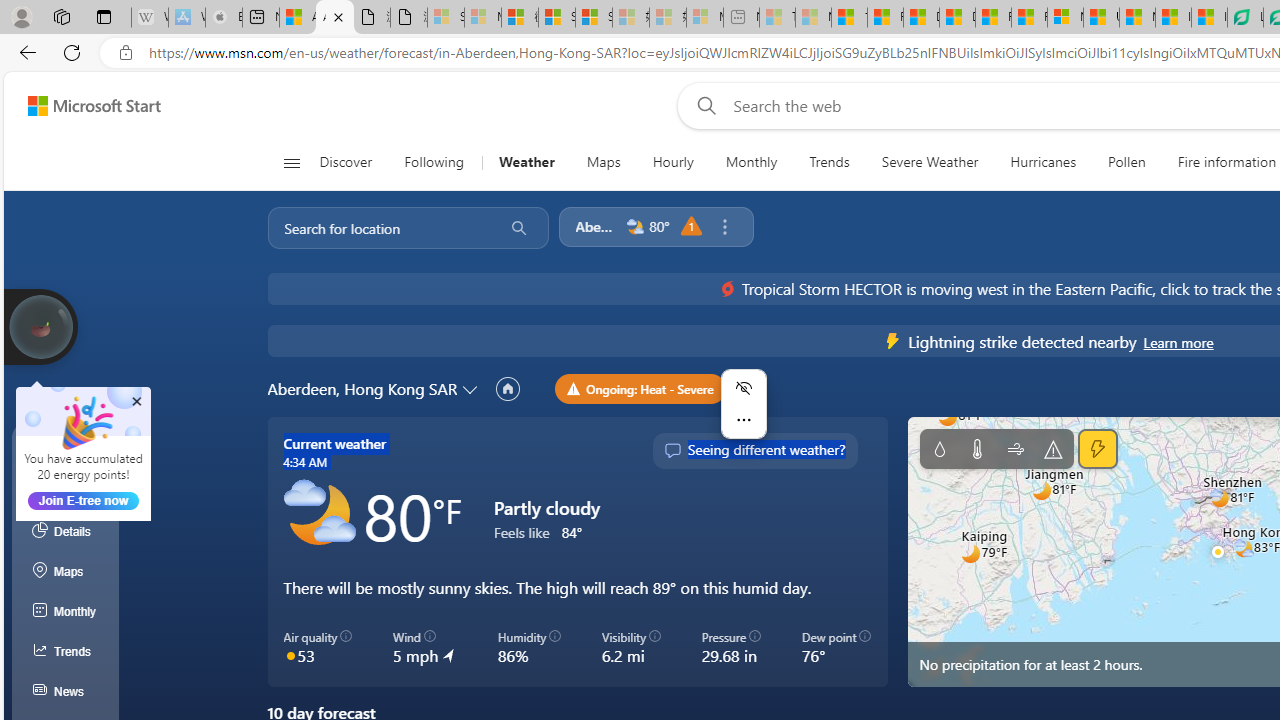 The height and width of the screenshot is (720, 1280). Describe the element at coordinates (750, 162) in the screenshot. I see `'Monthly'` at that location.